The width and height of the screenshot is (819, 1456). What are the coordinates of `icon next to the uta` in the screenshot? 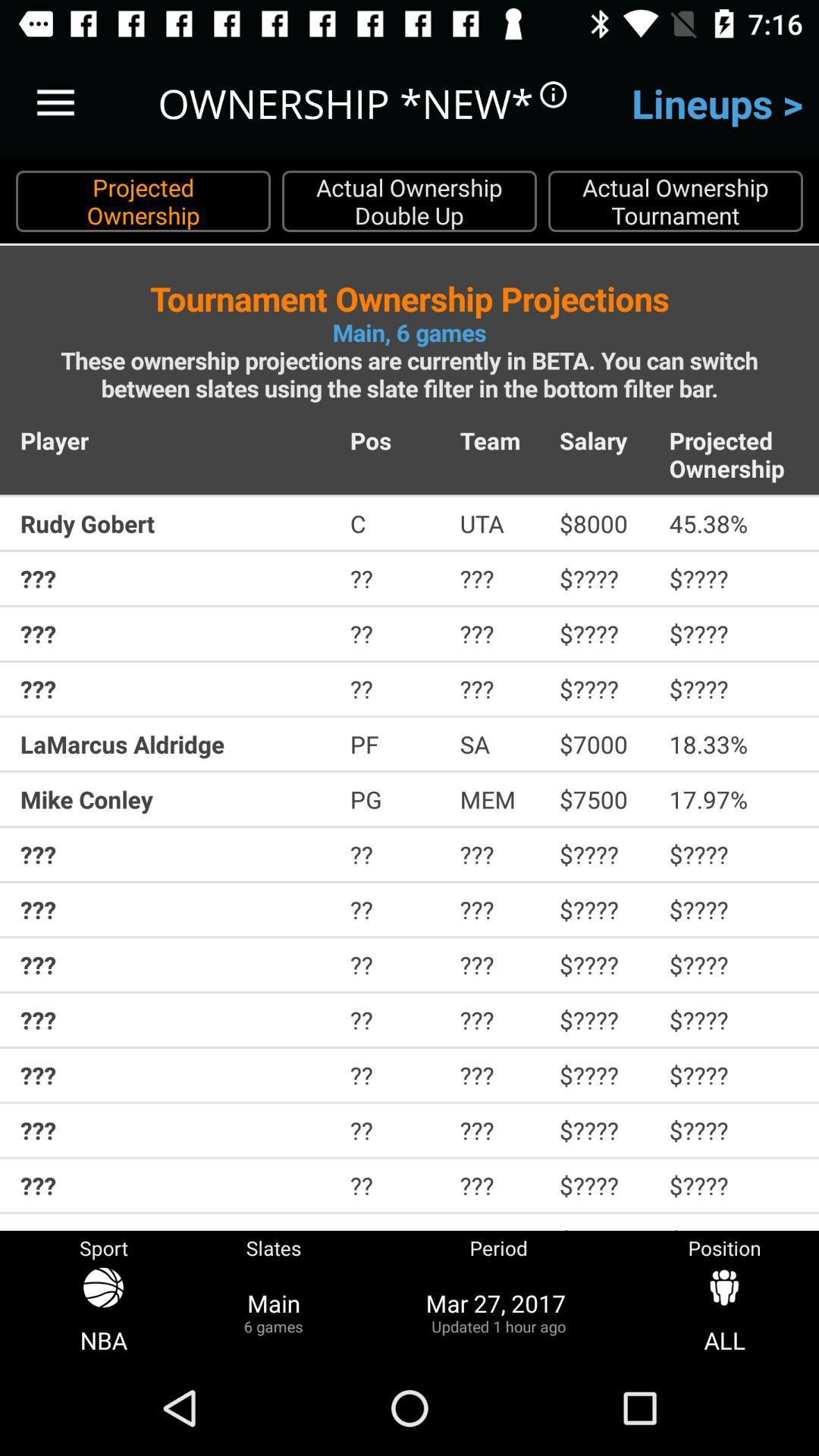 It's located at (603, 523).